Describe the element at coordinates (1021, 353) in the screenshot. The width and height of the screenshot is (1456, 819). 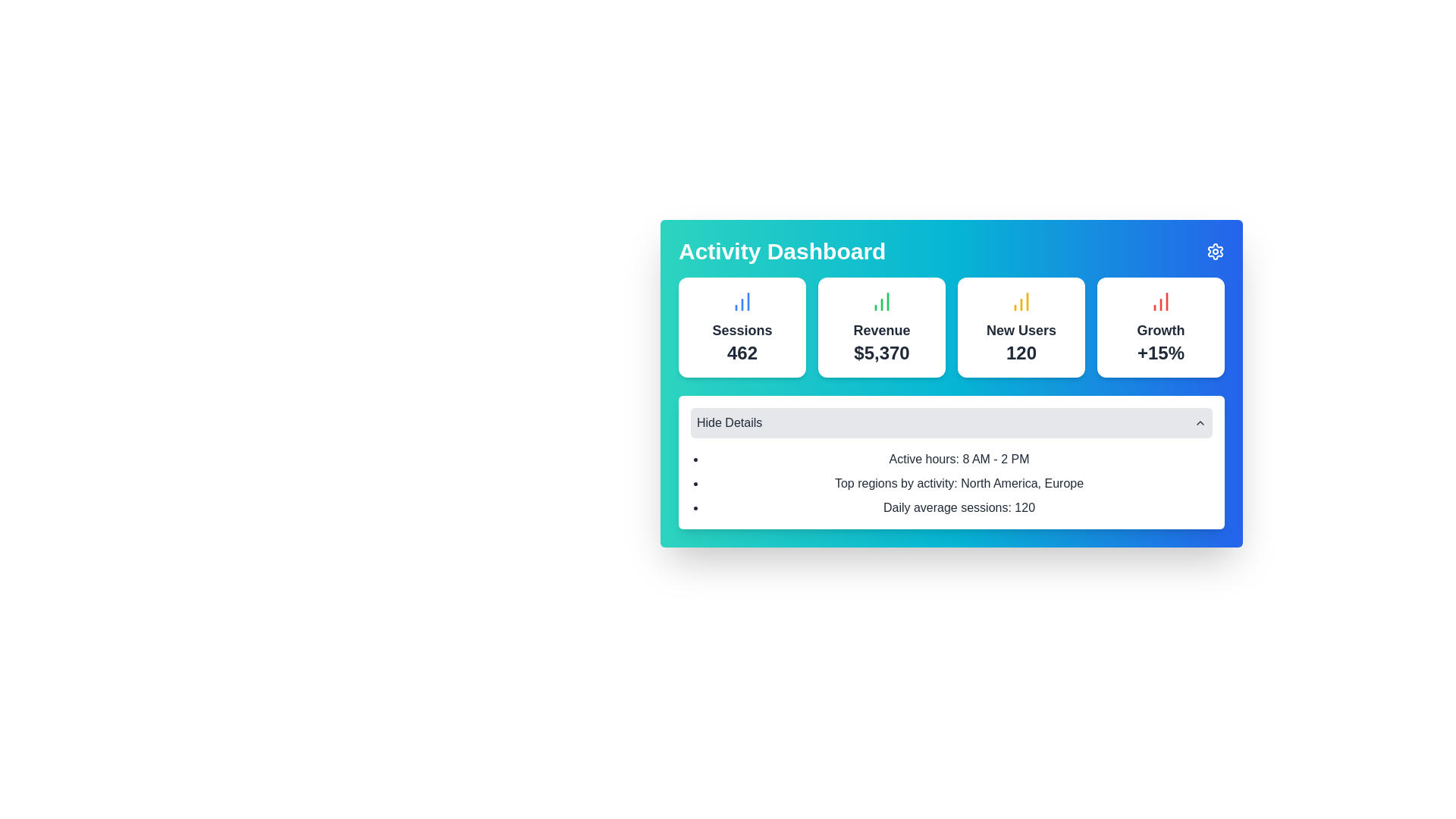
I see `the numeric label displaying the value '120' in bold and large font, located in the third widget box from the left in the top row of the dashboard, below the 'New Users' label` at that location.